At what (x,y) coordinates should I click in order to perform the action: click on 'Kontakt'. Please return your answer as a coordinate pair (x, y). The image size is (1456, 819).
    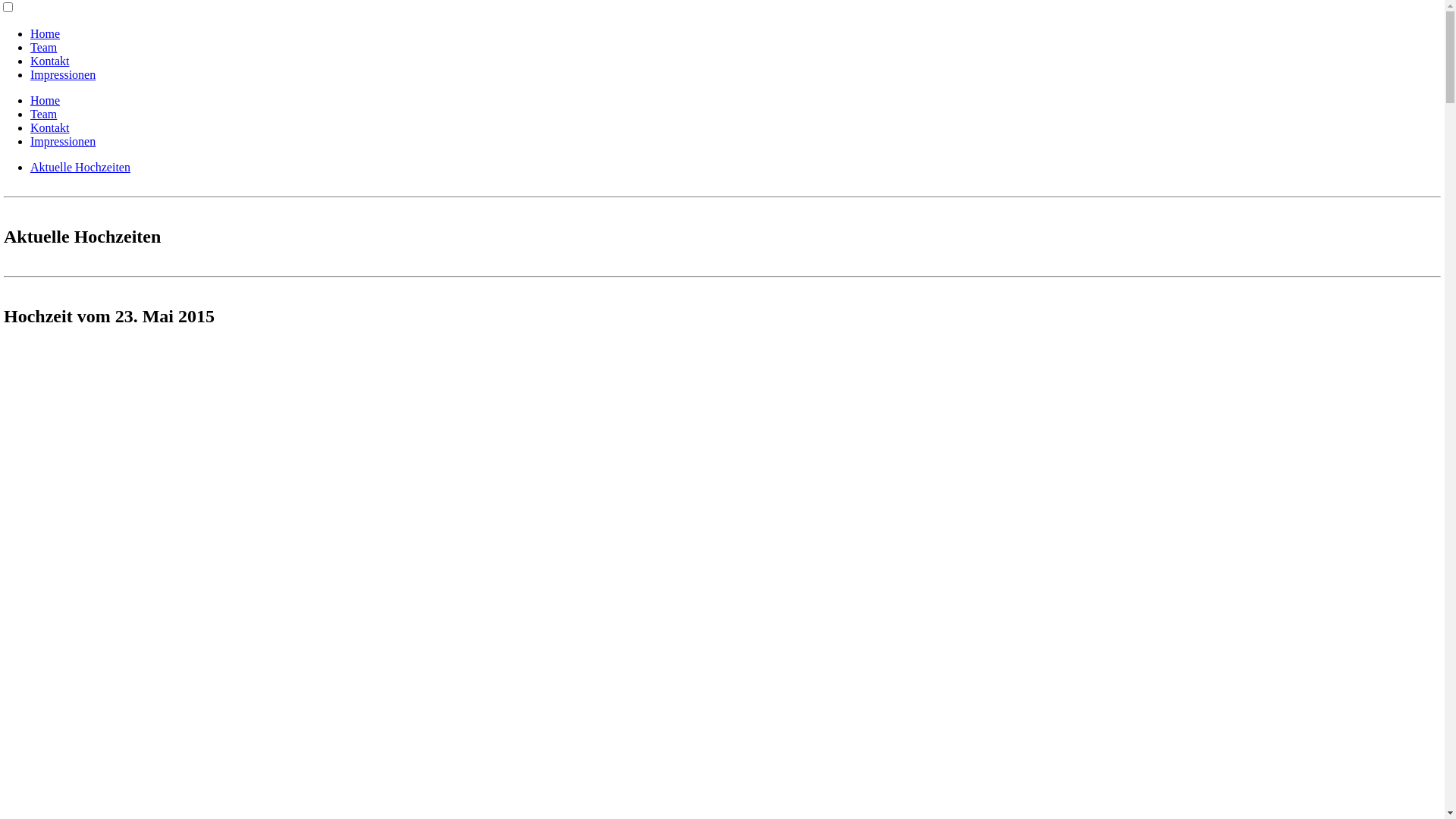
    Looking at the image, I should click on (30, 60).